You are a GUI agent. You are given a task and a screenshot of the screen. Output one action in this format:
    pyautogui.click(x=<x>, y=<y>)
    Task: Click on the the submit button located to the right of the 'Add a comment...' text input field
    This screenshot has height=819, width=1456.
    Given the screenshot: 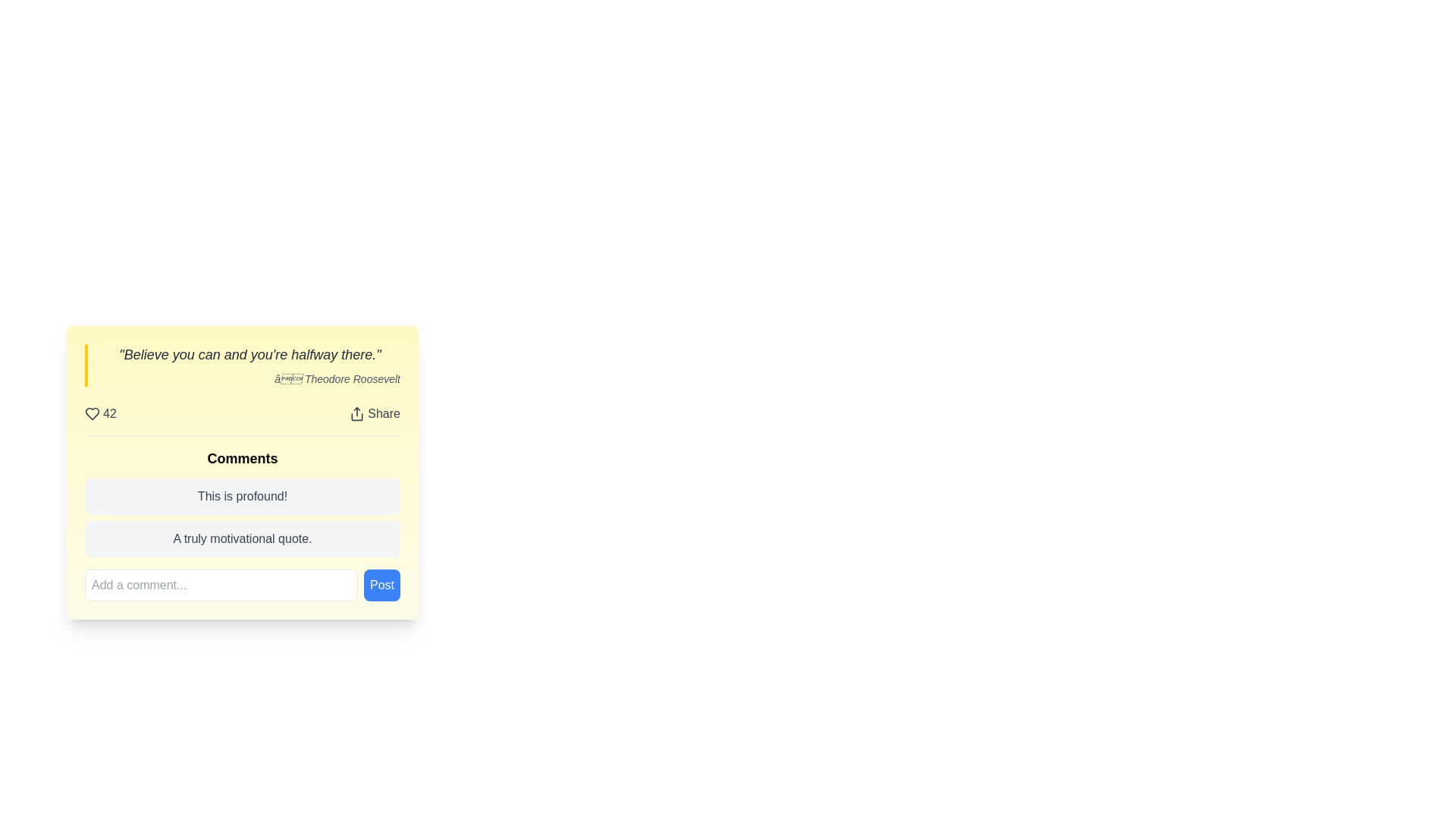 What is the action you would take?
    pyautogui.click(x=382, y=584)
    